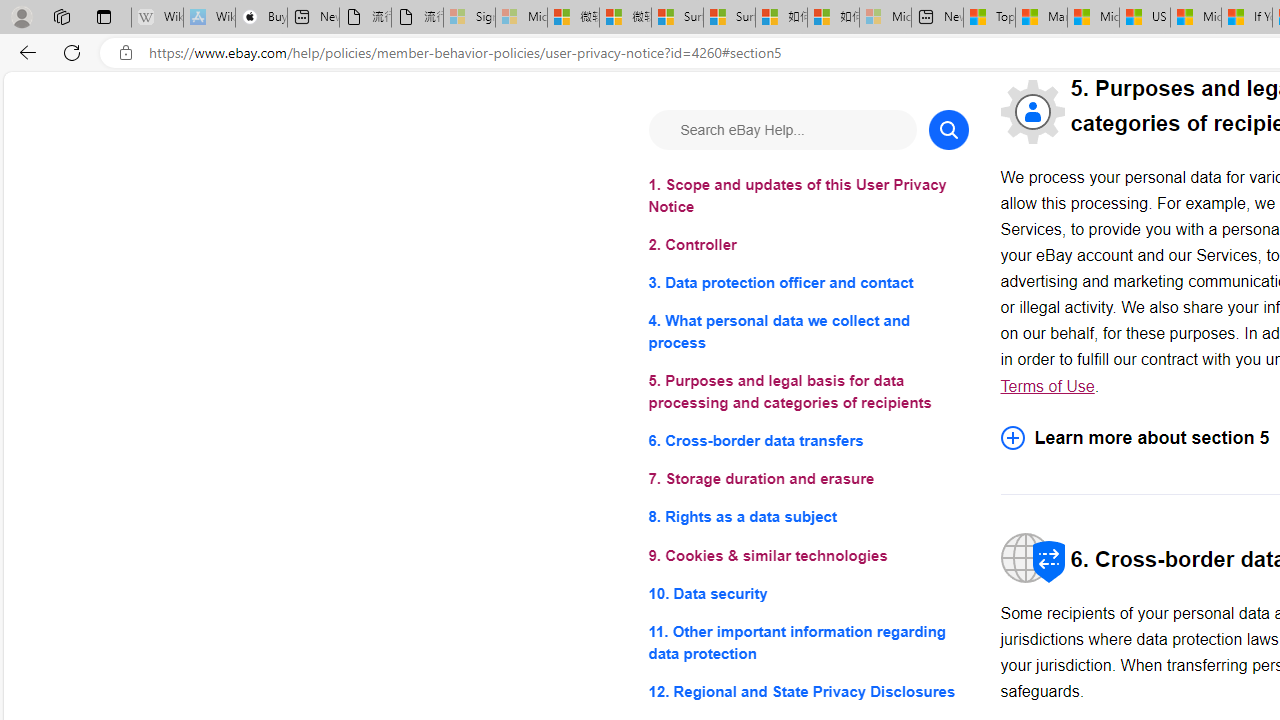 This screenshot has width=1280, height=720. I want to click on '2. Controller', so click(808, 244).